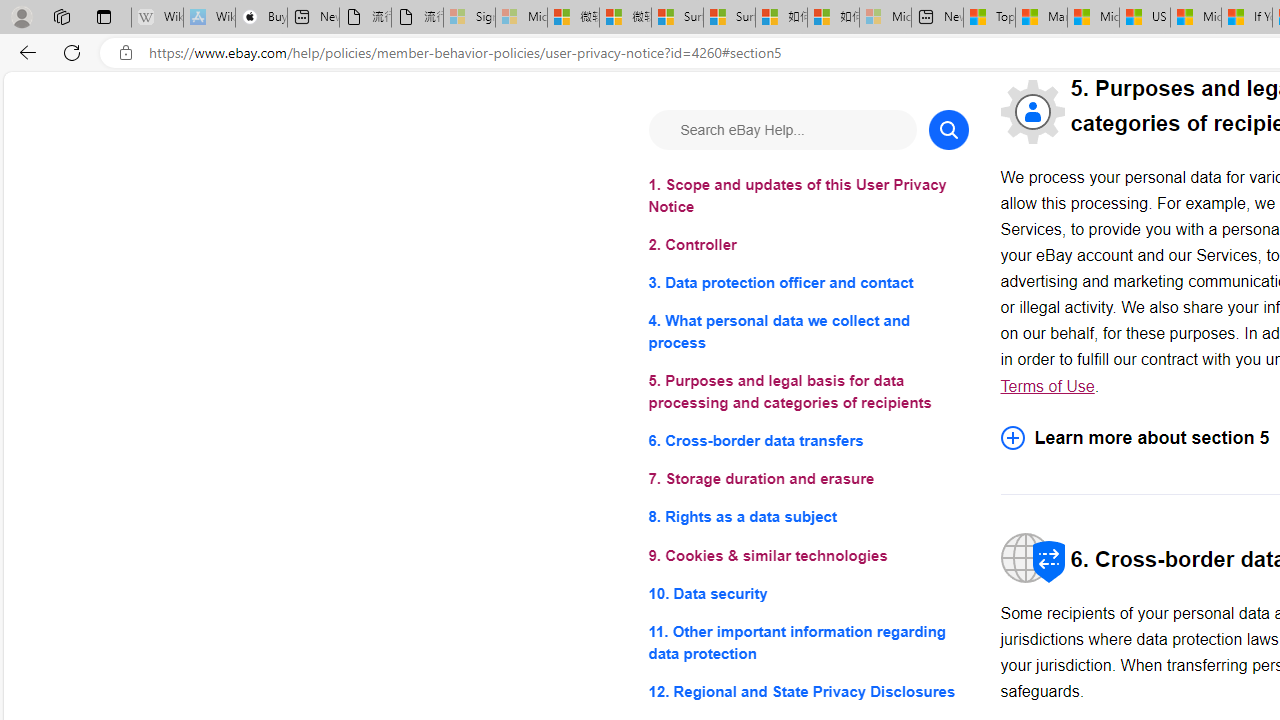 This screenshot has width=1280, height=720. I want to click on '2. Controller', so click(808, 244).